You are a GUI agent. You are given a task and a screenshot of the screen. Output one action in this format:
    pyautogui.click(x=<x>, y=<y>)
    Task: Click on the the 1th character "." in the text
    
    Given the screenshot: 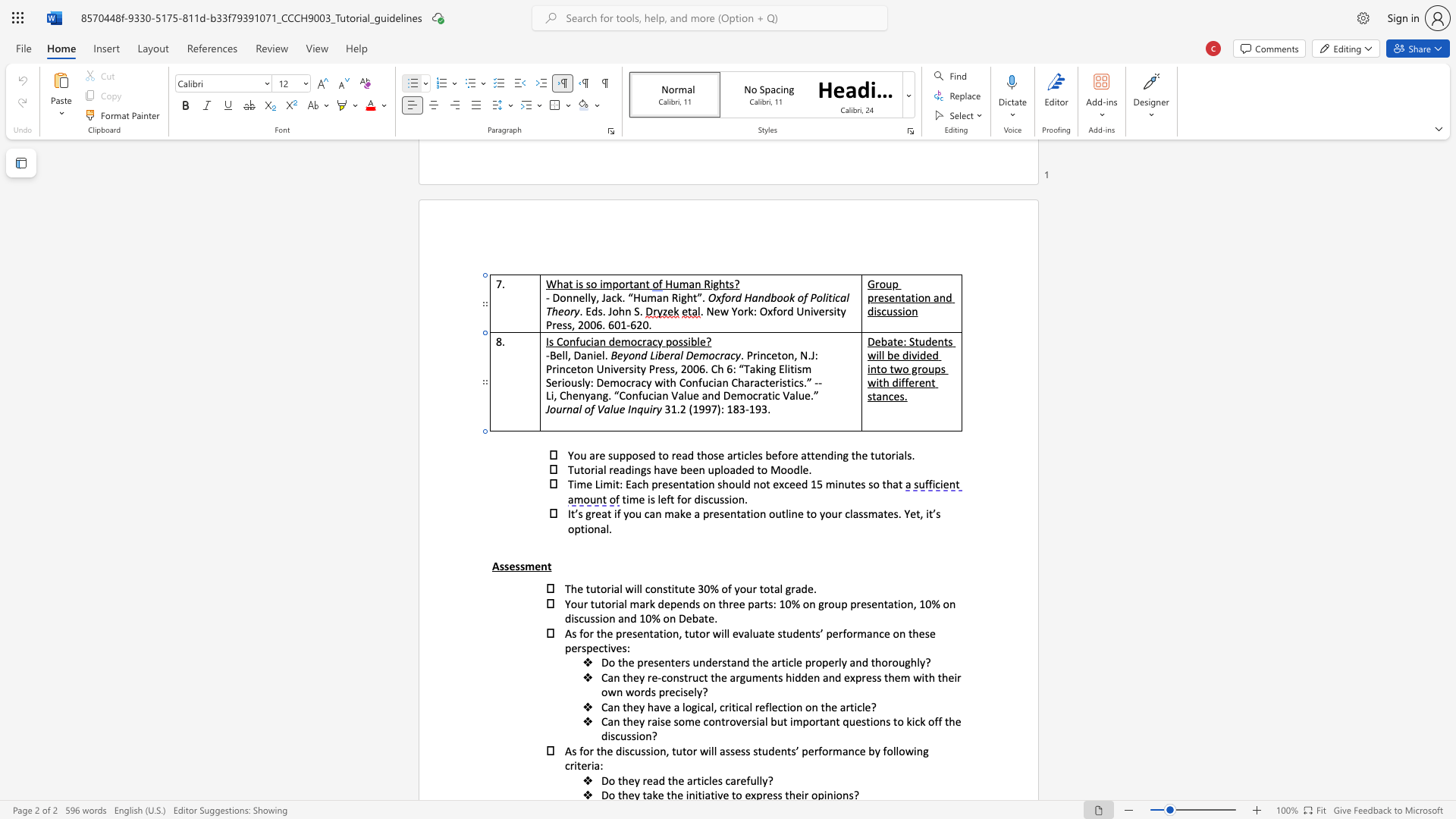 What is the action you would take?
    pyautogui.click(x=746, y=499)
    